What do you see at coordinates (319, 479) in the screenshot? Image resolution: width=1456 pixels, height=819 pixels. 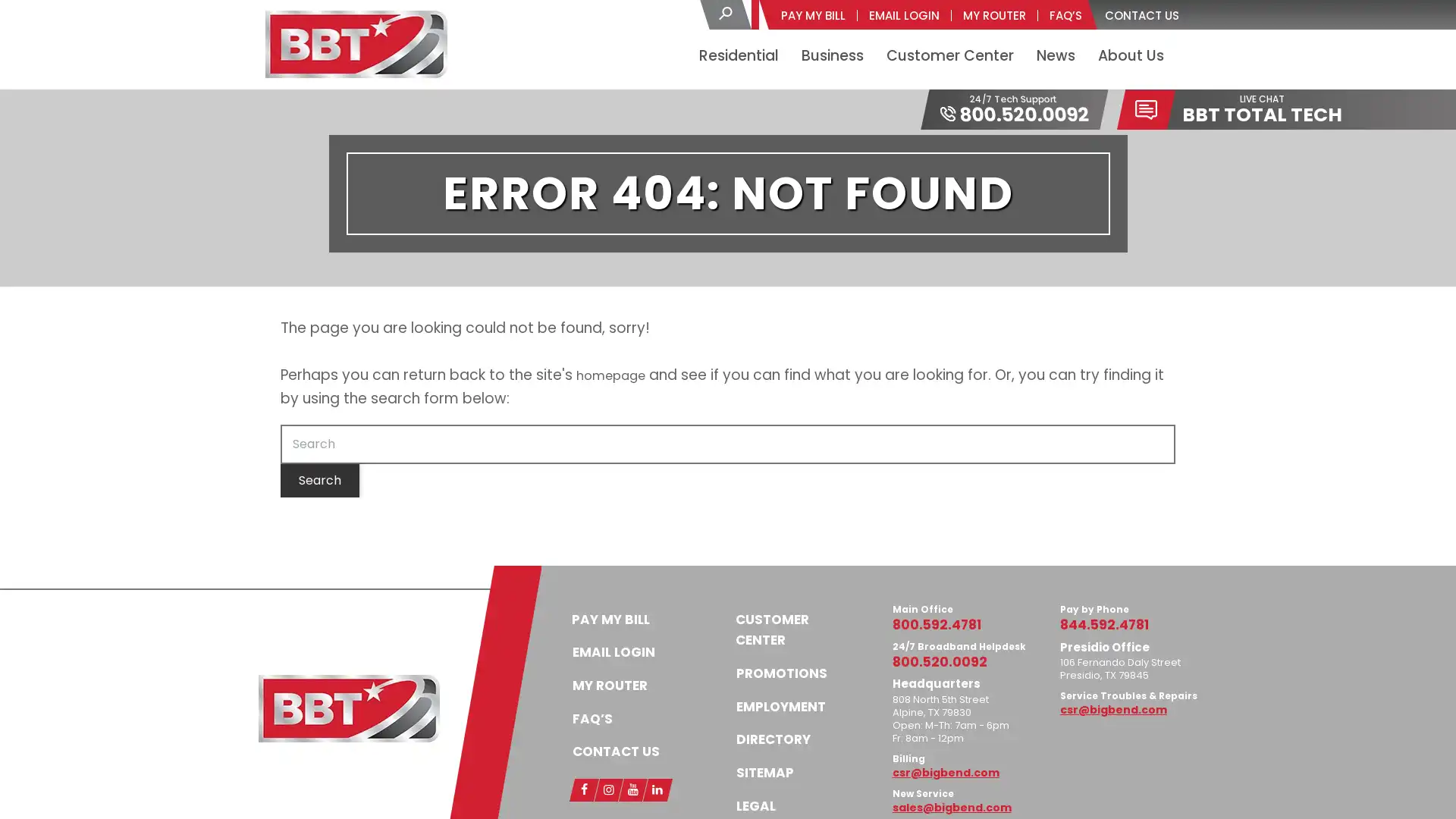 I see `Search` at bounding box center [319, 479].